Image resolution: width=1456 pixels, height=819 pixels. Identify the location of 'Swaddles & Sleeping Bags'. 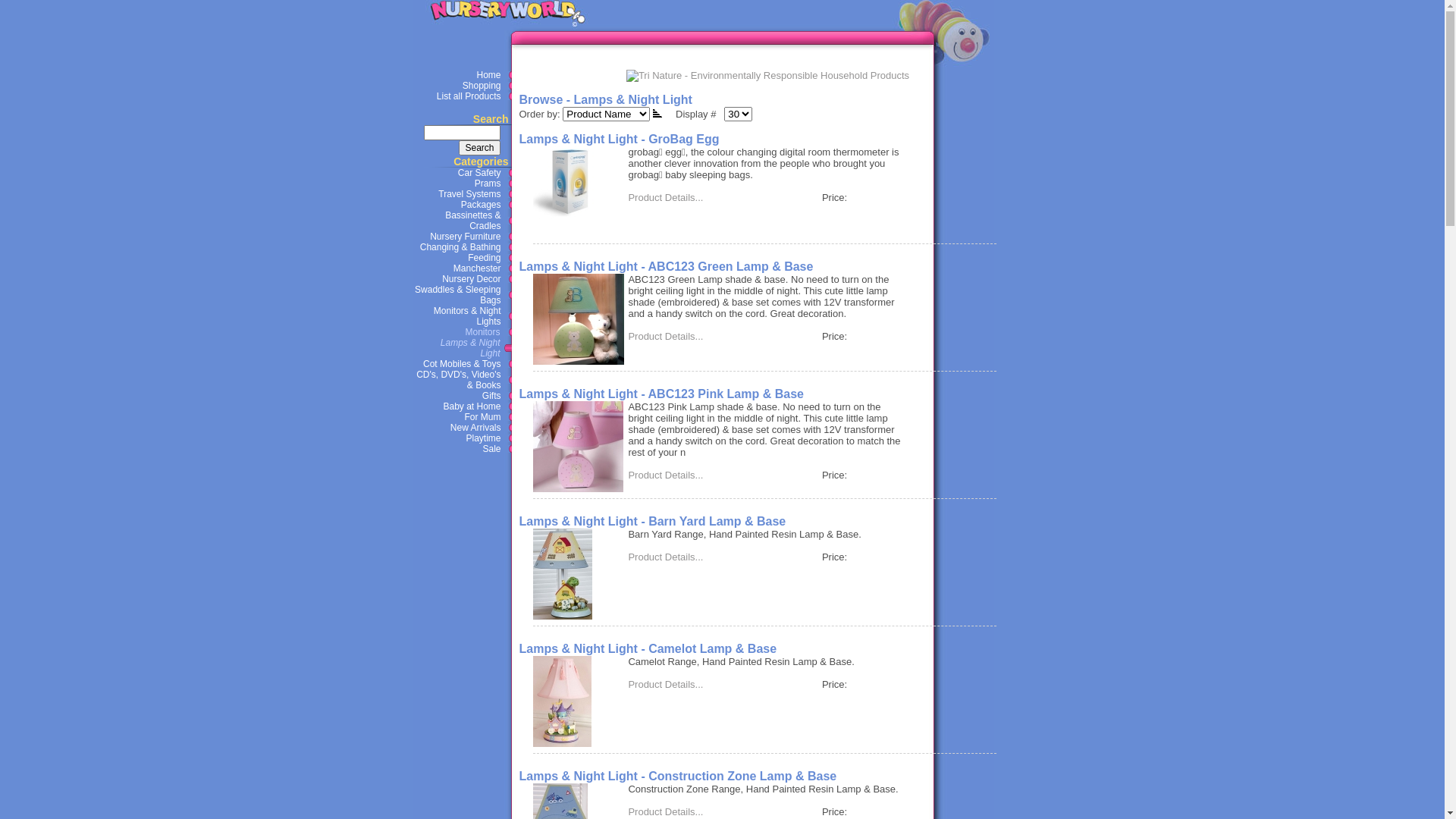
(412, 295).